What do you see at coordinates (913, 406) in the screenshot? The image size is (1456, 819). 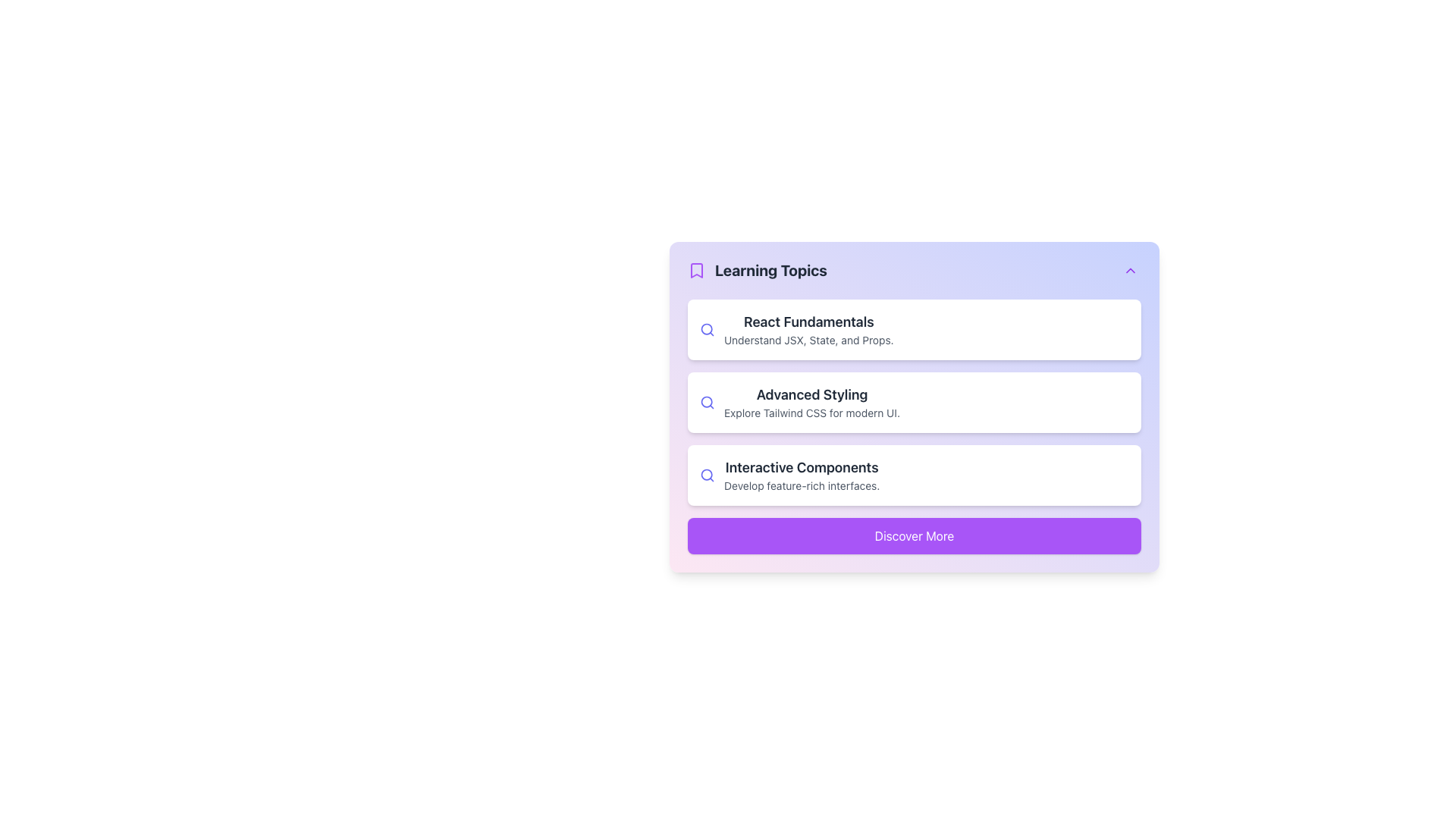 I see `the second item in the list of learning topics` at bounding box center [913, 406].